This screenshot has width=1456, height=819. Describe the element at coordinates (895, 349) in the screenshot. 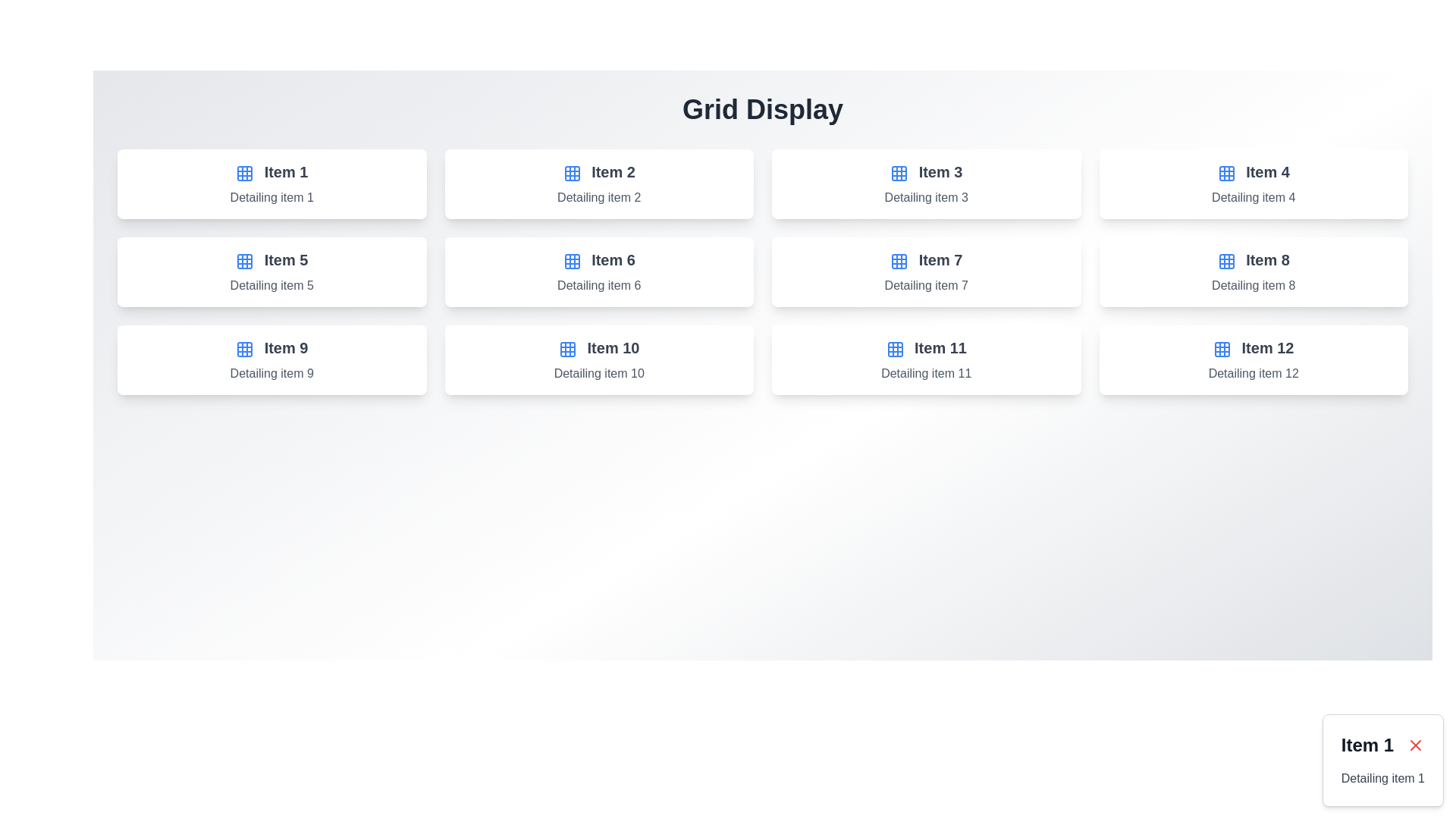

I see `the decorative grid icon associated with 'Item 1'` at that location.